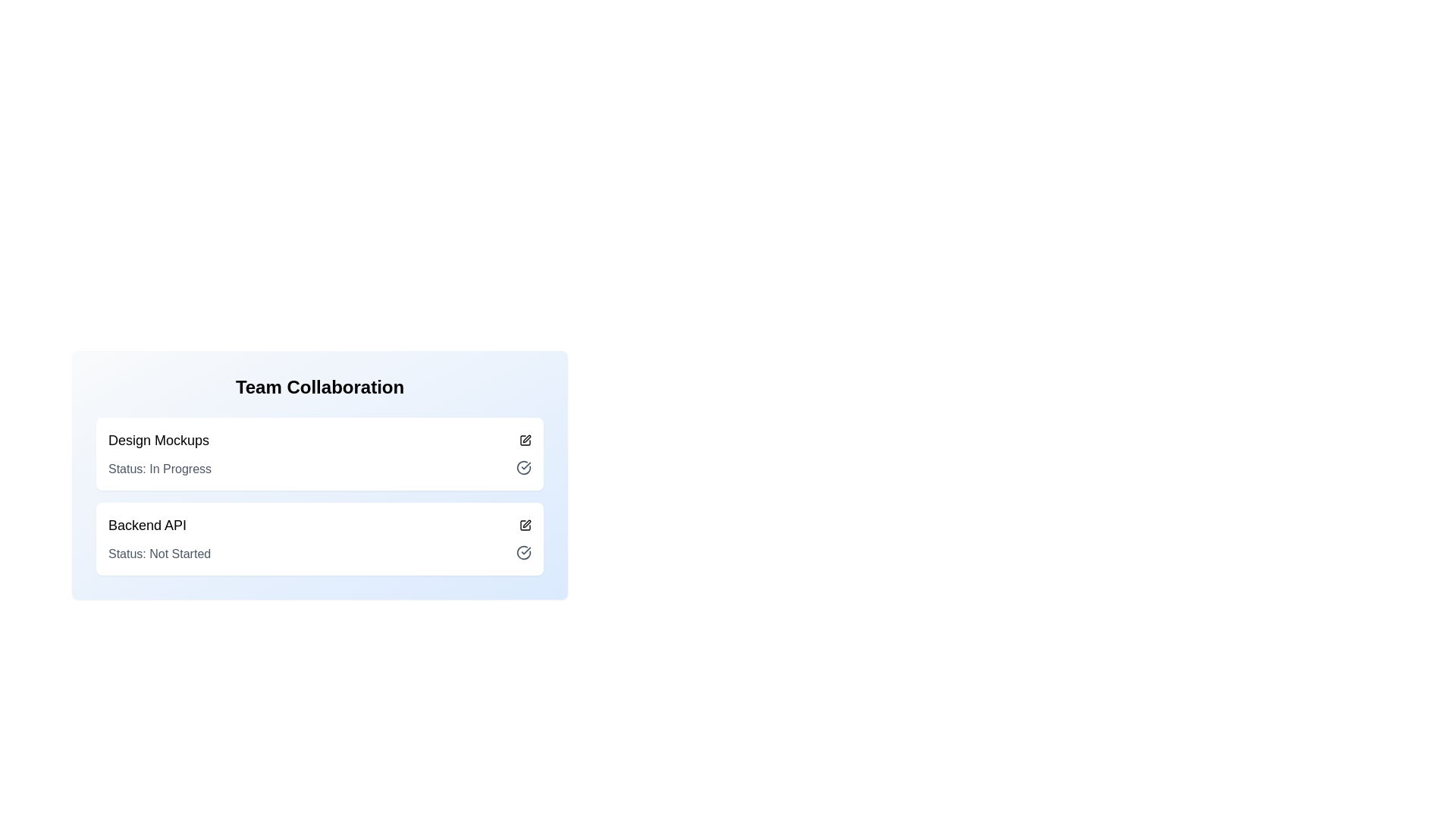 This screenshot has height=819, width=1456. Describe the element at coordinates (524, 467) in the screenshot. I see `the circular icon with a checkmark inside, located in the 'Status: In Progress' section at the top-right corner, adjacent to the status text` at that location.